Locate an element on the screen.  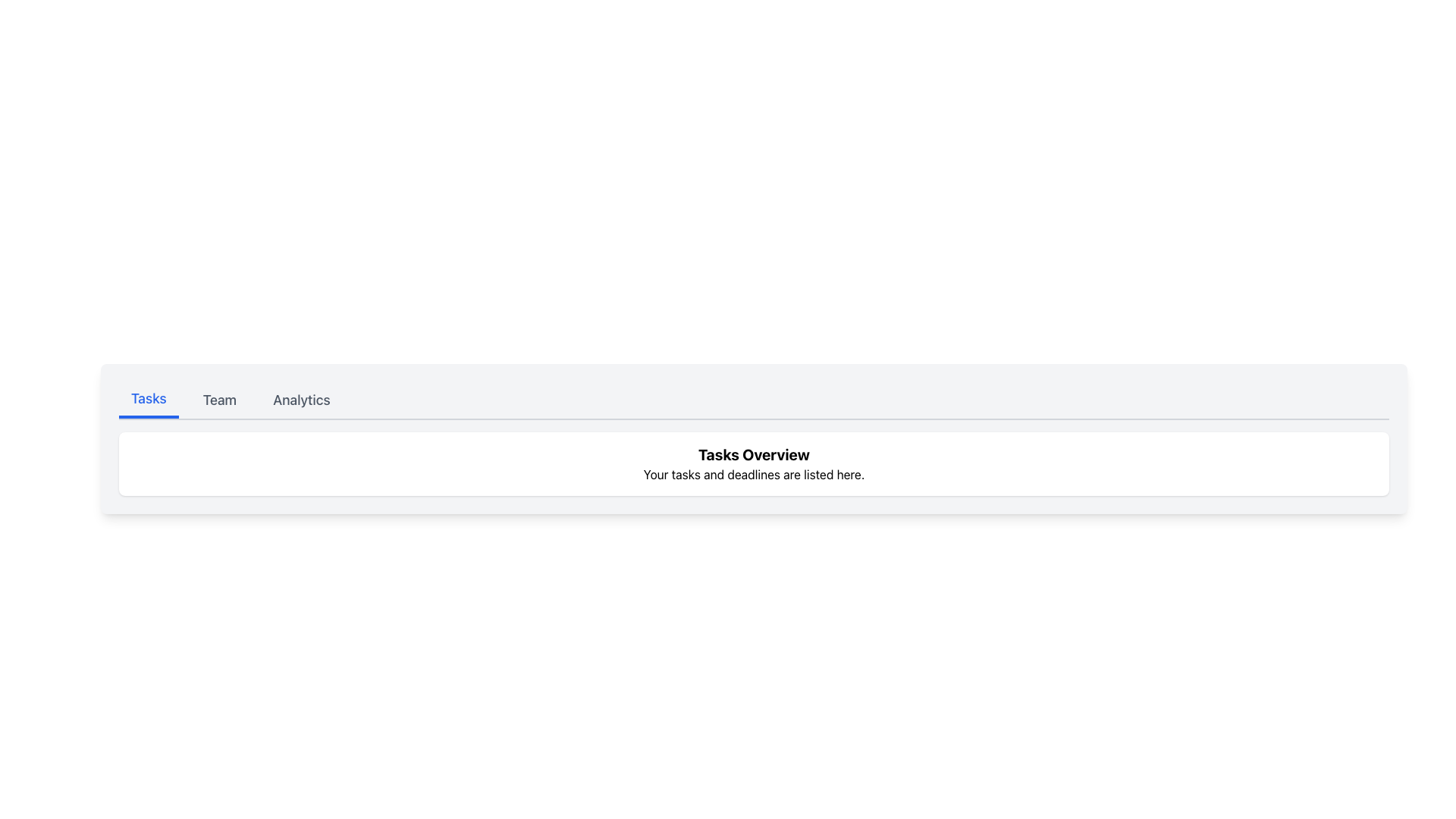
the 'Team' tab in the navigation bar is located at coordinates (218, 400).